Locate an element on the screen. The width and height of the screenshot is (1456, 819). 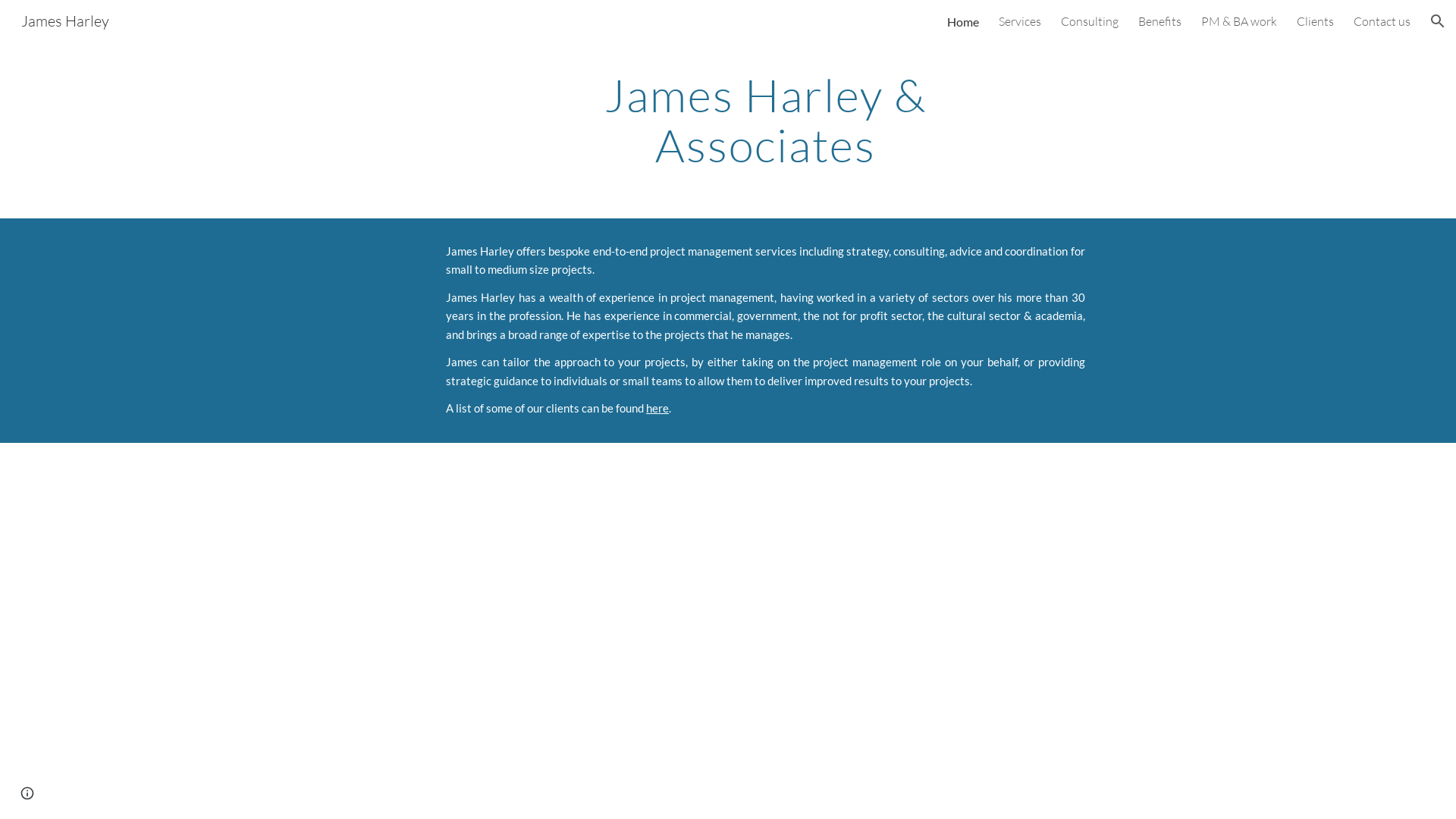
'Clients' is located at coordinates (1314, 20).